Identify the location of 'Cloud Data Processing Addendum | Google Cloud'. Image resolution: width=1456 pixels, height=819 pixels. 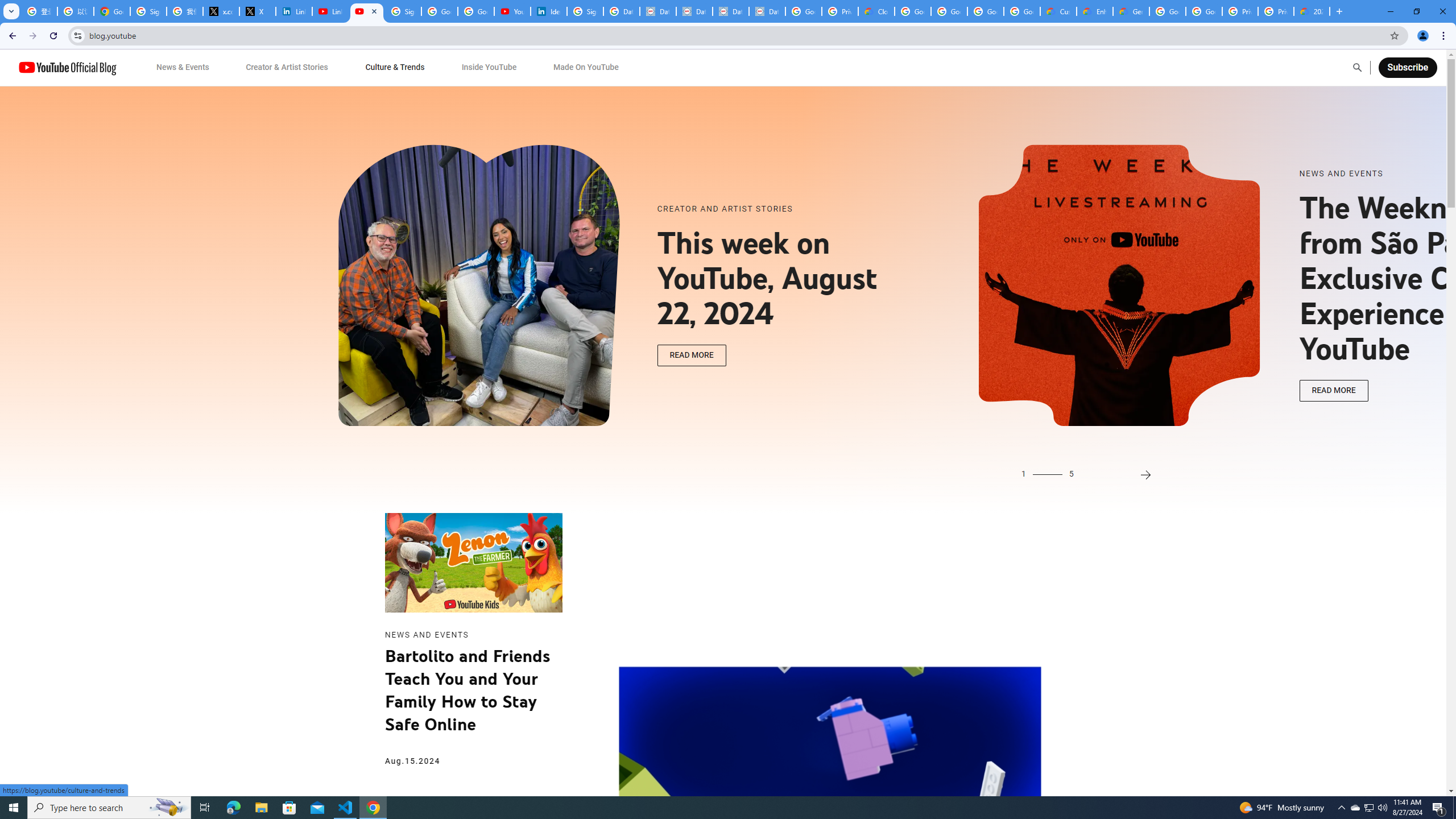
(876, 11).